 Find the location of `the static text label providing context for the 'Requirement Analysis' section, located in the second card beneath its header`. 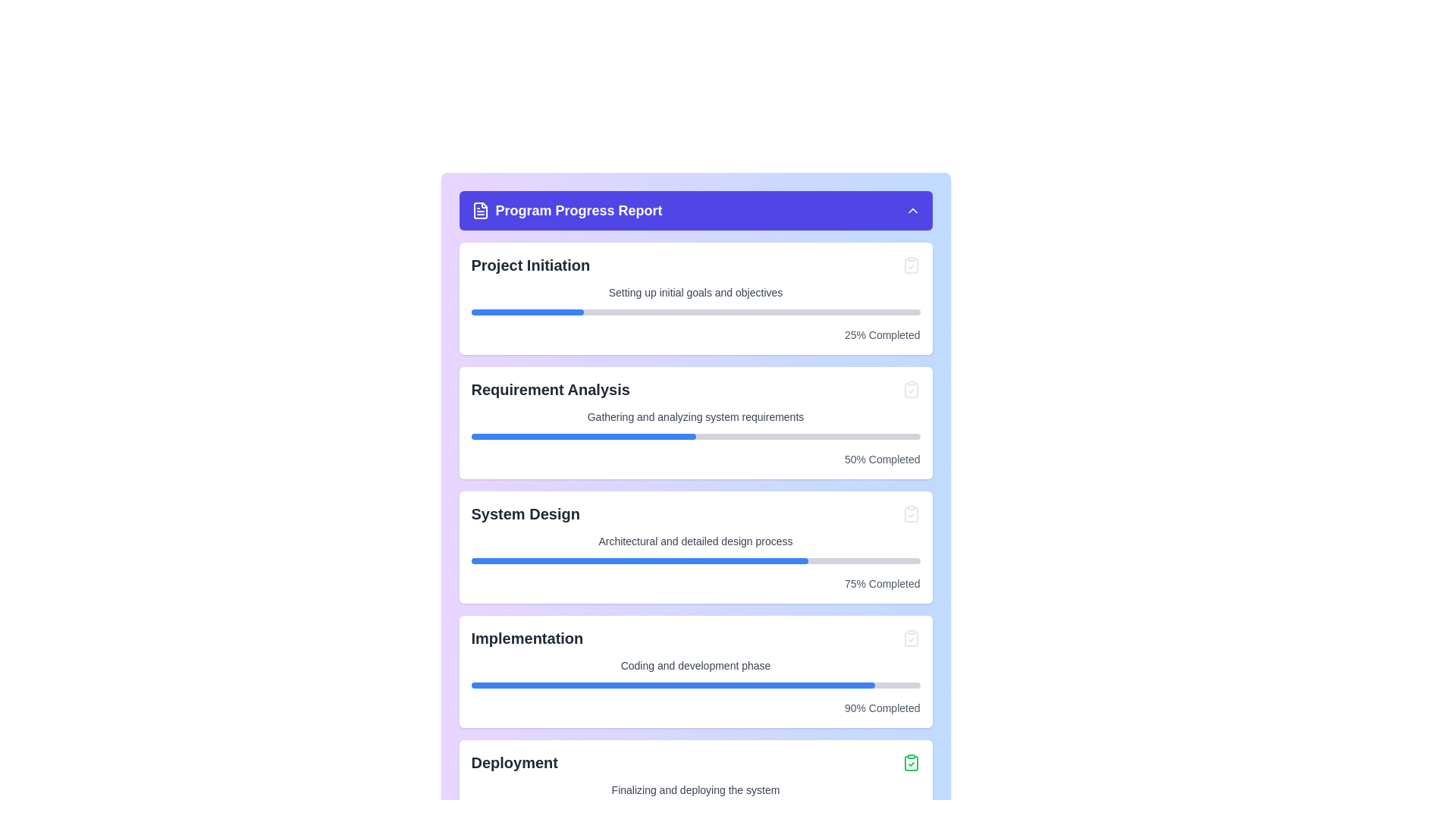

the static text label providing context for the 'Requirement Analysis' section, located in the second card beneath its header is located at coordinates (695, 417).